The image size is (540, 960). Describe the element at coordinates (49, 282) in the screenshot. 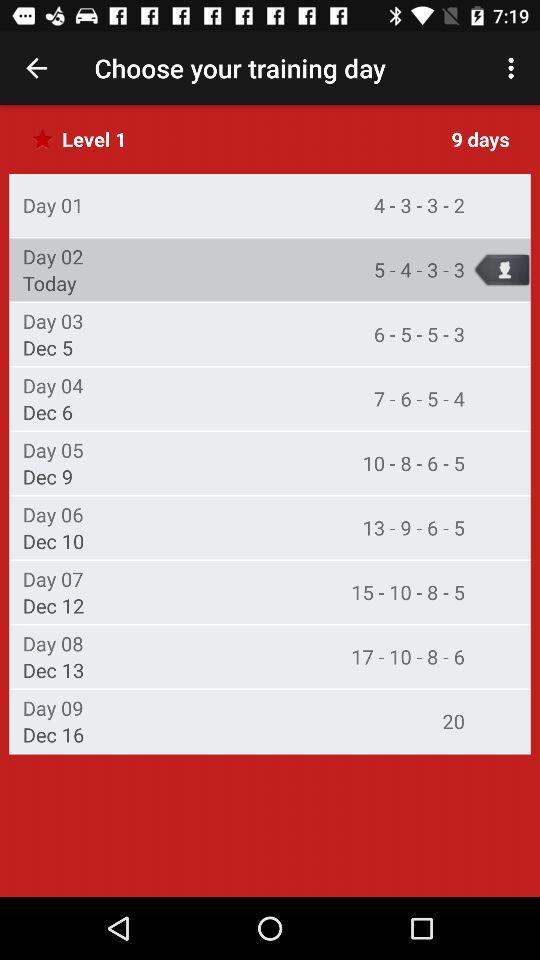

I see `icon to the left of the 5 4 3 icon` at that location.